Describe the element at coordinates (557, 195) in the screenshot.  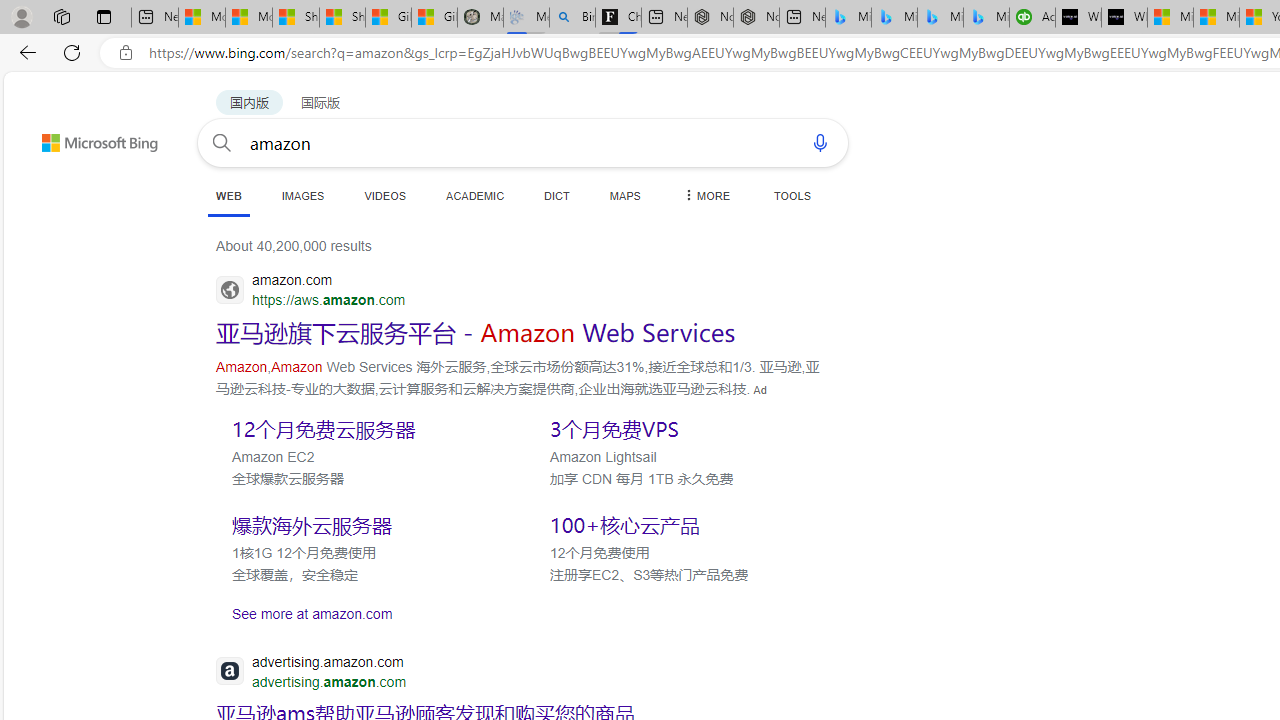
I see `'DICT'` at that location.